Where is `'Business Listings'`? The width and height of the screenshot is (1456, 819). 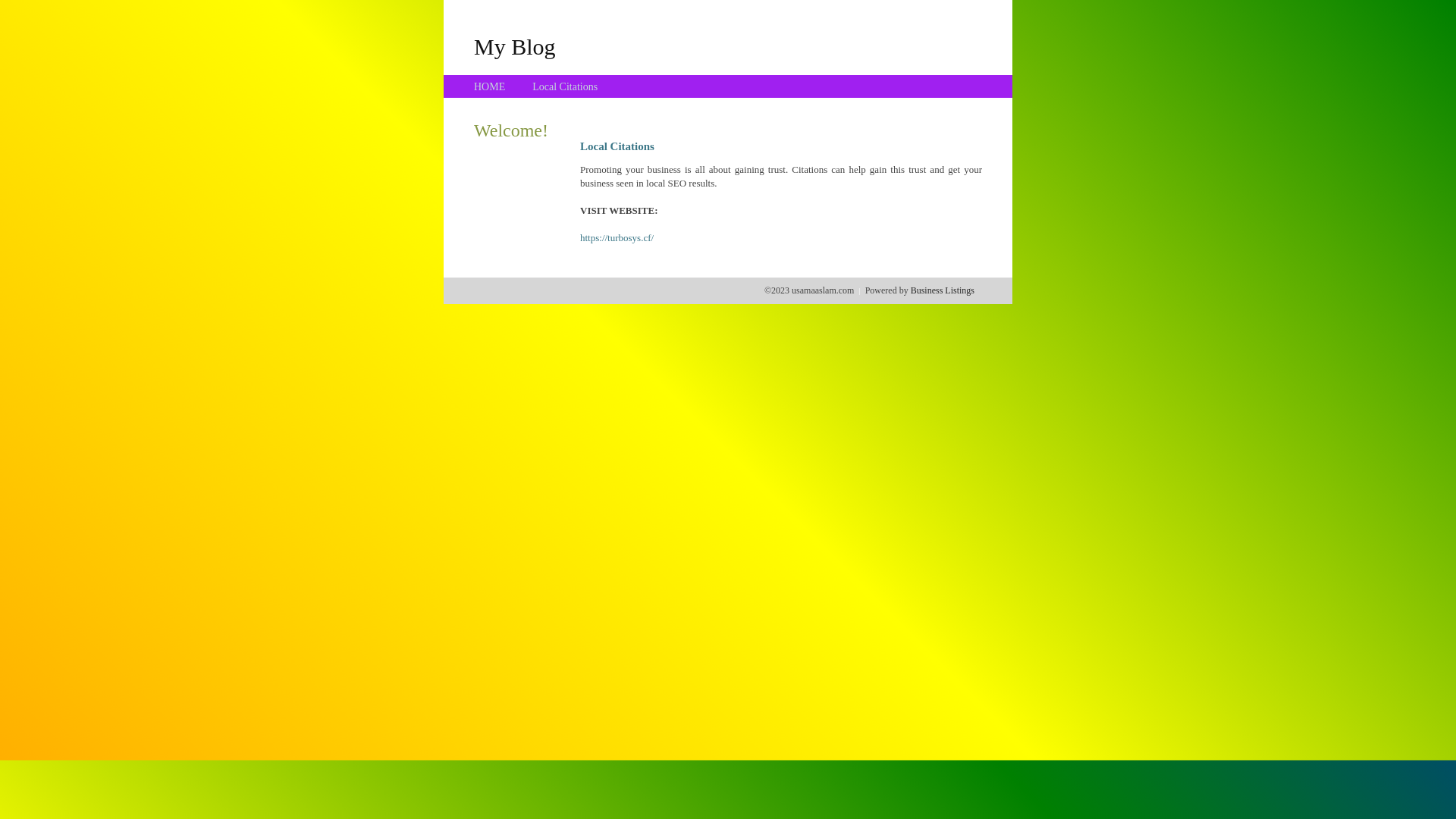
'Business Listings' is located at coordinates (910, 290).